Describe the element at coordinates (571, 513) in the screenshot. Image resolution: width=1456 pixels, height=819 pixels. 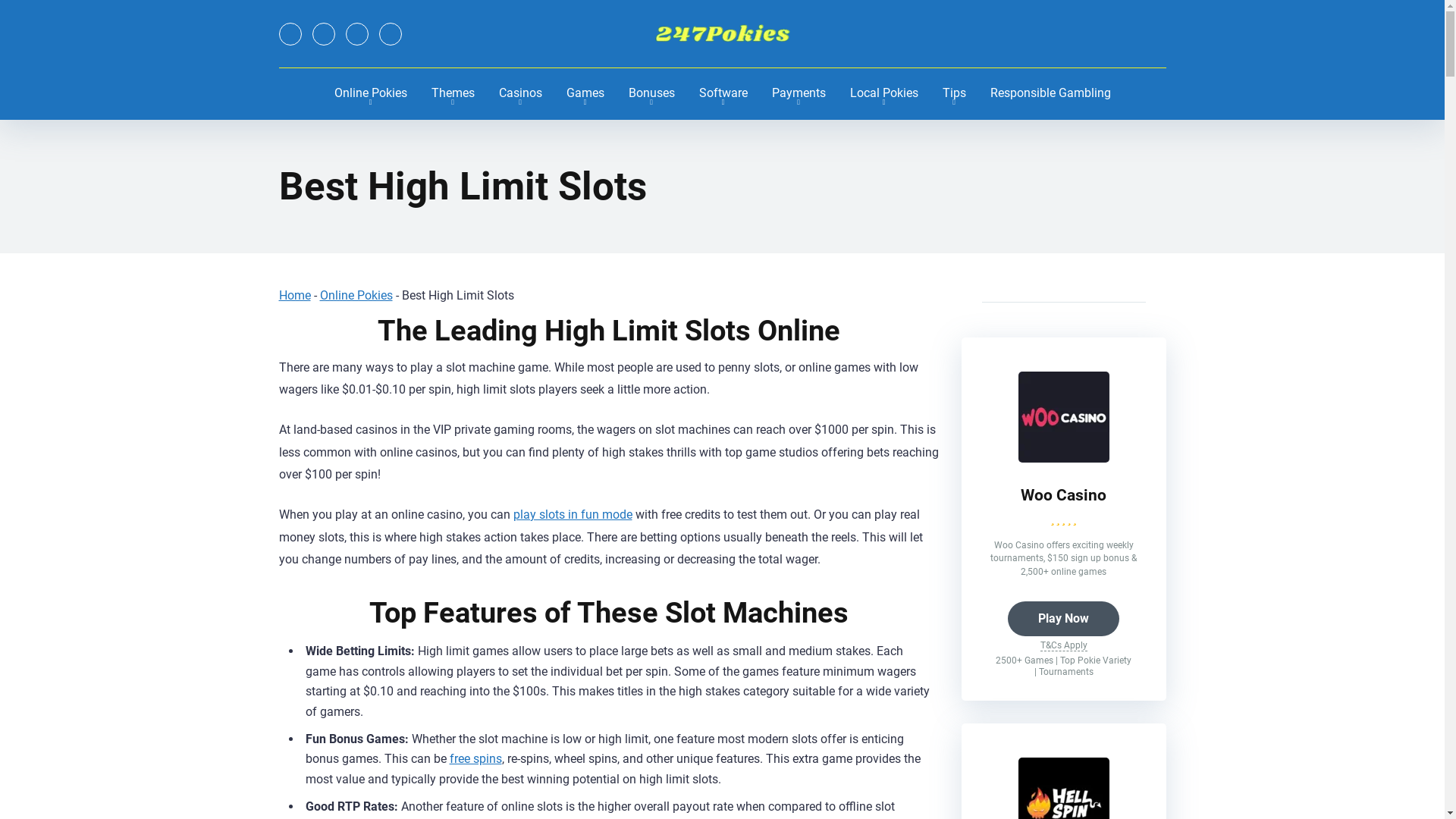
I see `'play slots in fun mode'` at that location.